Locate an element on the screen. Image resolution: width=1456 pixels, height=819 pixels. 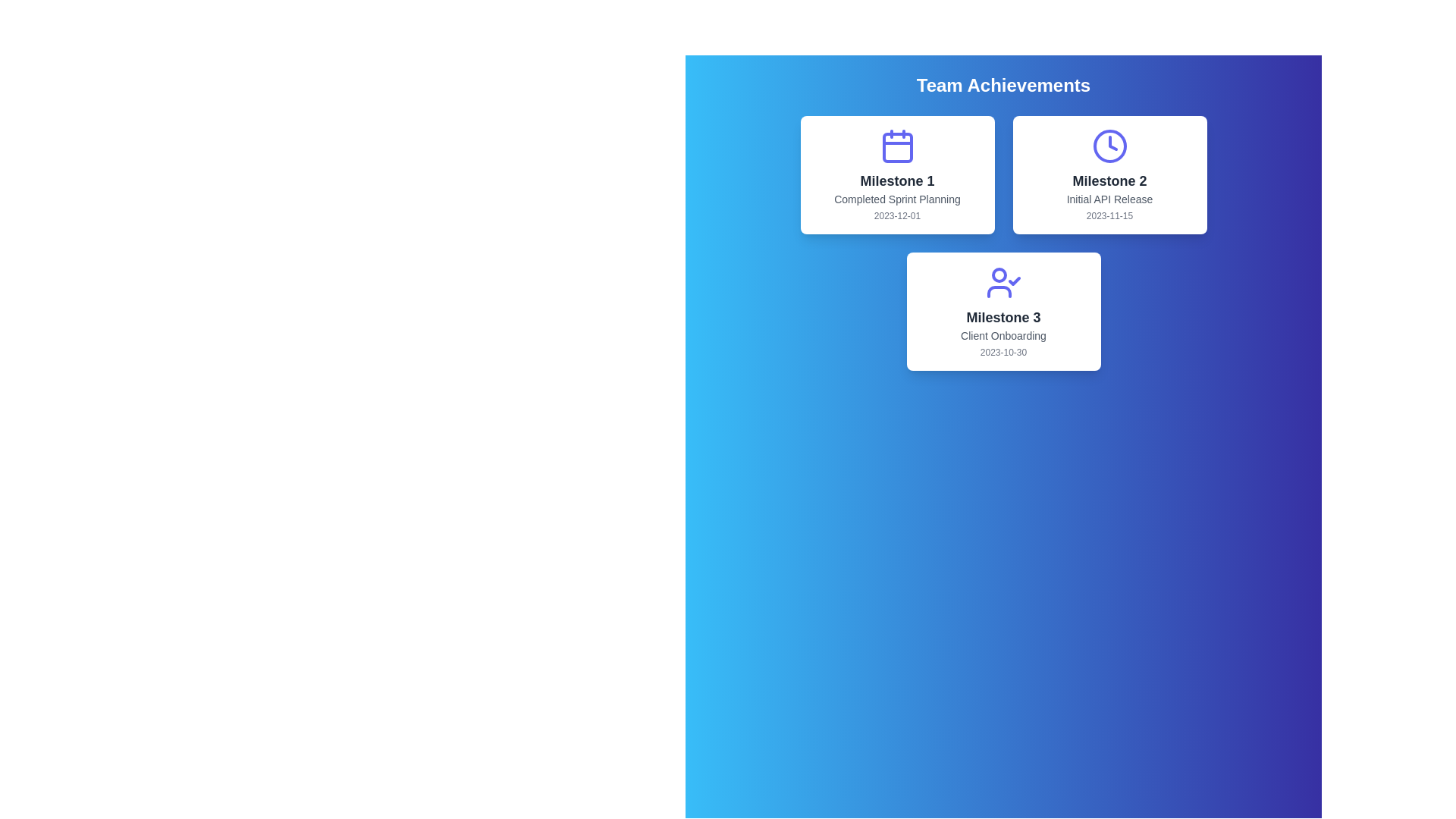
the details of the first milestone card, which includes its name, description, and date, located at the top-left corner of the grid layout is located at coordinates (897, 174).